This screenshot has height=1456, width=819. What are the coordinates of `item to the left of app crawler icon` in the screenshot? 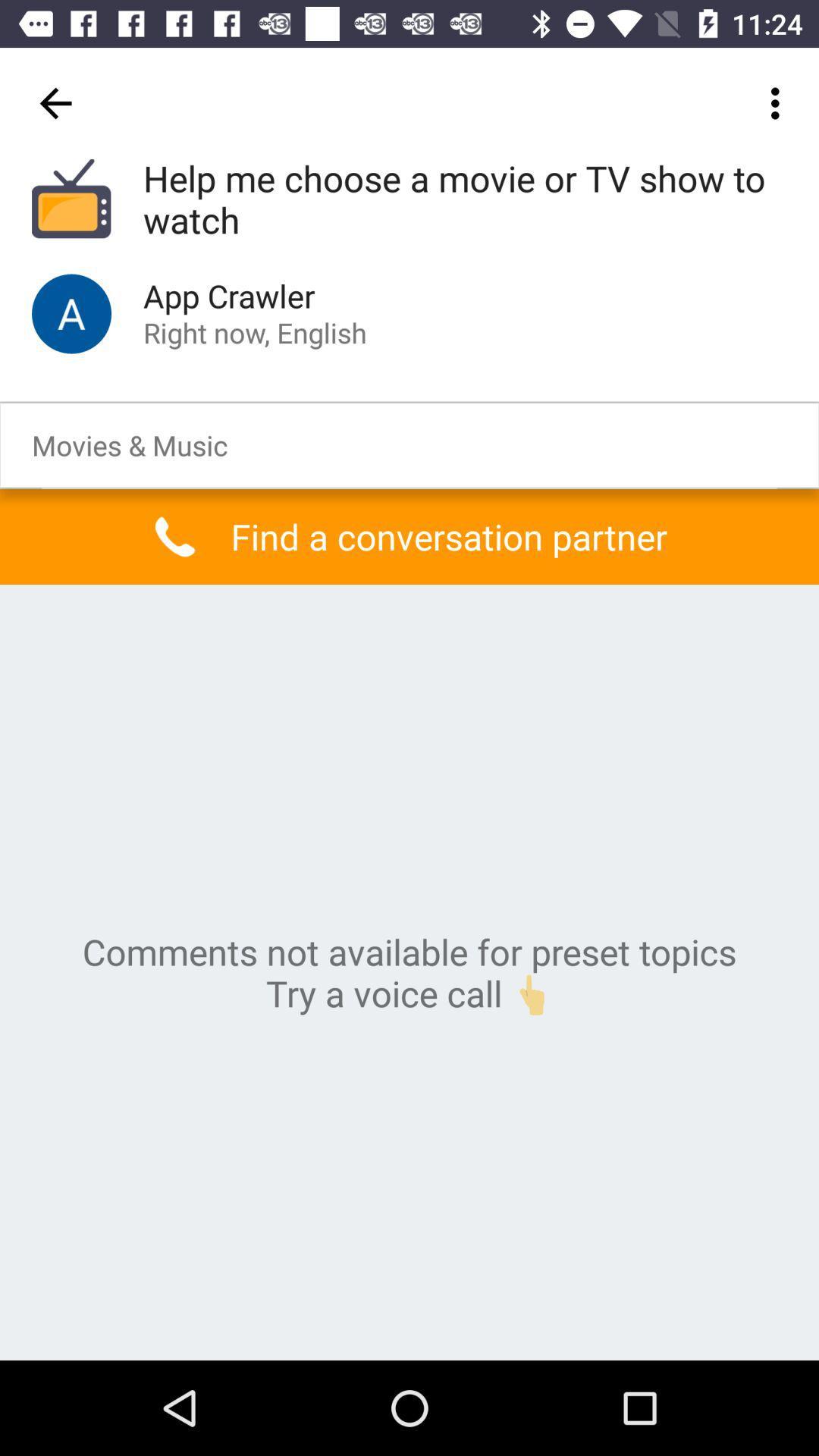 It's located at (71, 312).